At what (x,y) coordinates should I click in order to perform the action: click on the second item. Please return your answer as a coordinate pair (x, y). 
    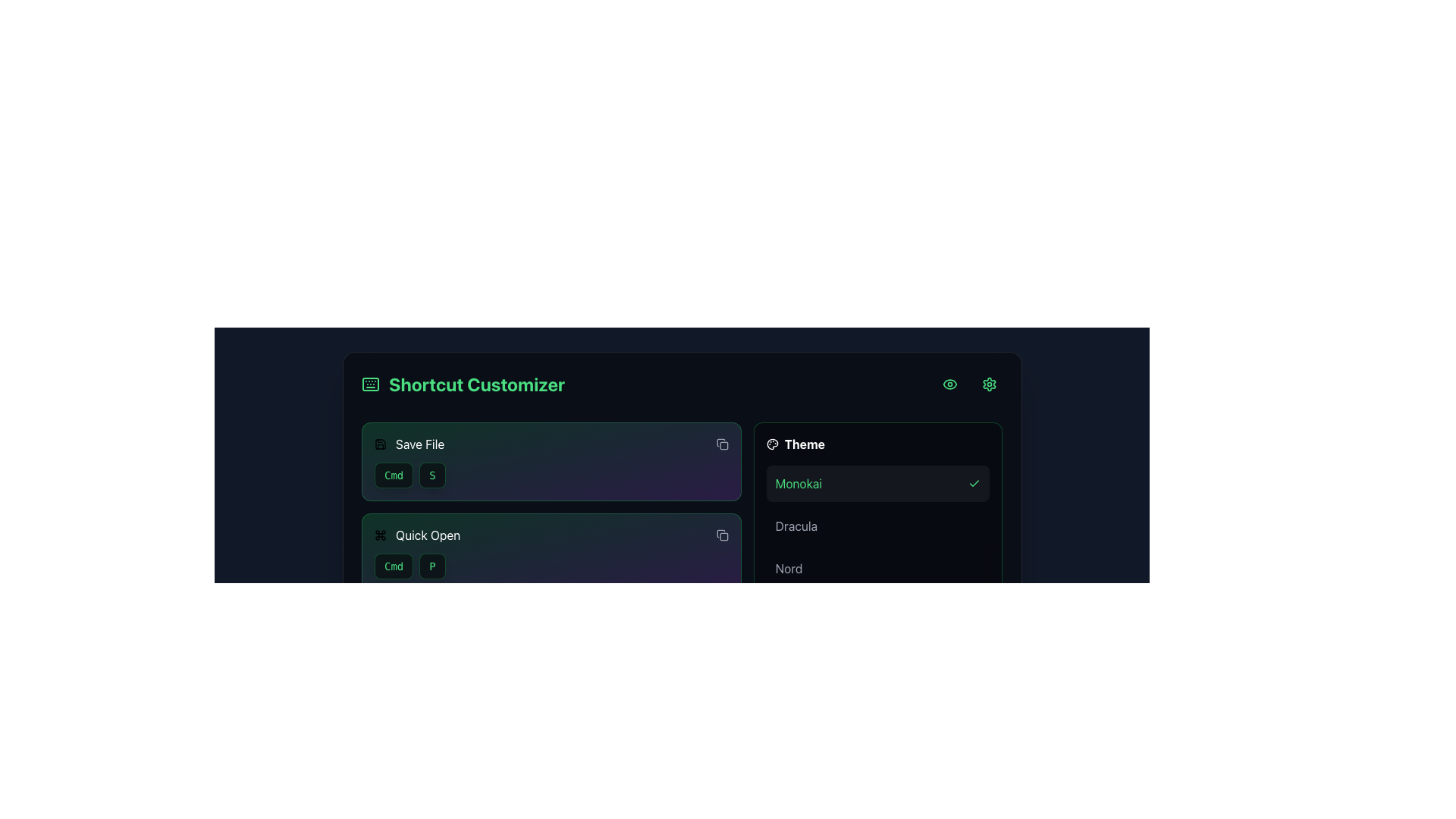
    Looking at the image, I should click on (878, 526).